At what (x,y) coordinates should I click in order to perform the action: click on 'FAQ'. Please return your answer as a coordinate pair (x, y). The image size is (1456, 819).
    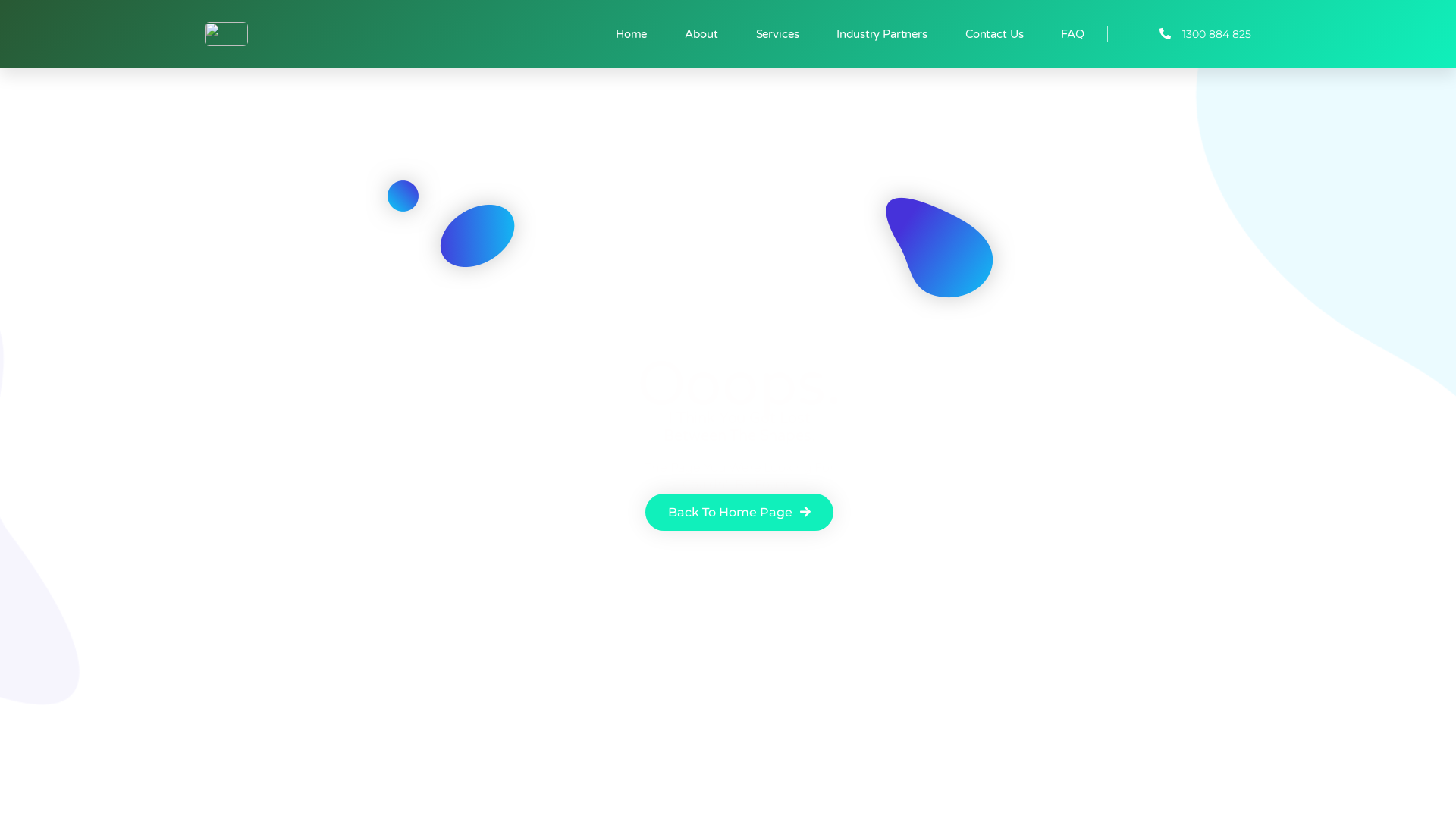
    Looking at the image, I should click on (1059, 34).